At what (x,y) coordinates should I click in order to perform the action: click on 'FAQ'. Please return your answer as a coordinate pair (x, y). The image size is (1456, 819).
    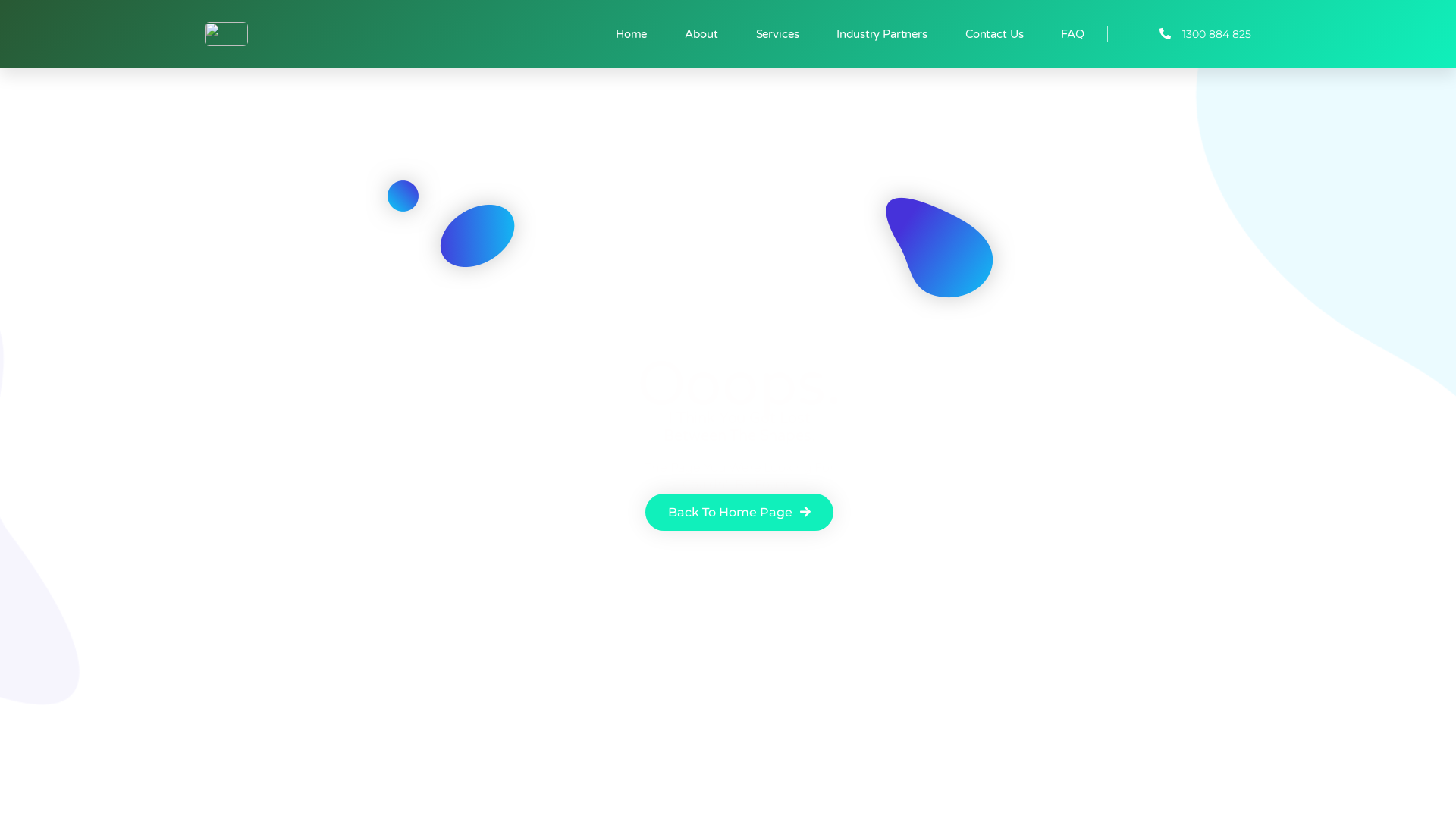
    Looking at the image, I should click on (1059, 34).